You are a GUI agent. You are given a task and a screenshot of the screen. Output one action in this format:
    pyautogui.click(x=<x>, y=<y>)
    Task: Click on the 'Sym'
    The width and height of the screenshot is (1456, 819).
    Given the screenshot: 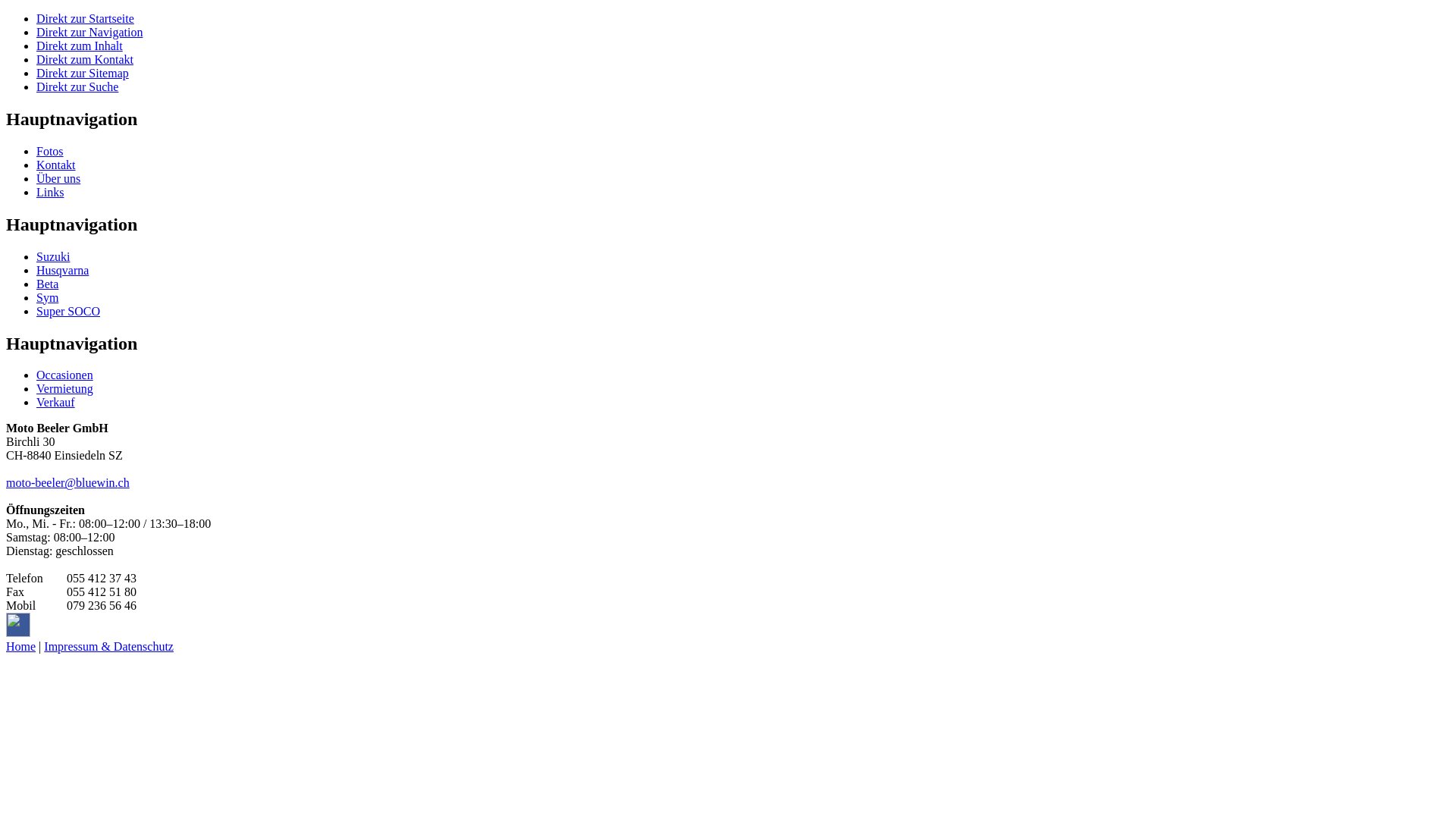 What is the action you would take?
    pyautogui.click(x=47, y=297)
    